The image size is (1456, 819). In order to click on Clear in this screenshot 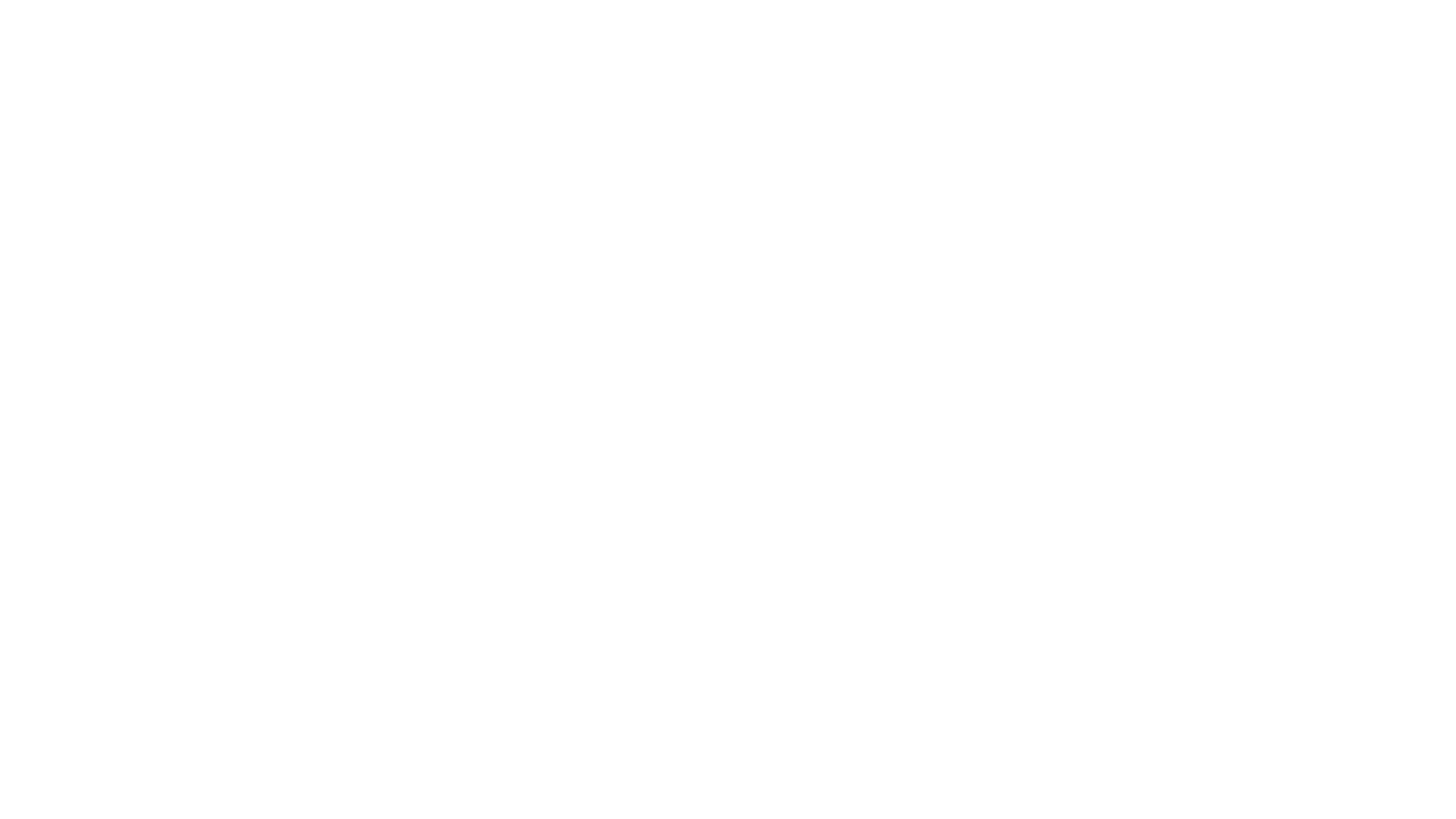, I will do `click(967, 20)`.